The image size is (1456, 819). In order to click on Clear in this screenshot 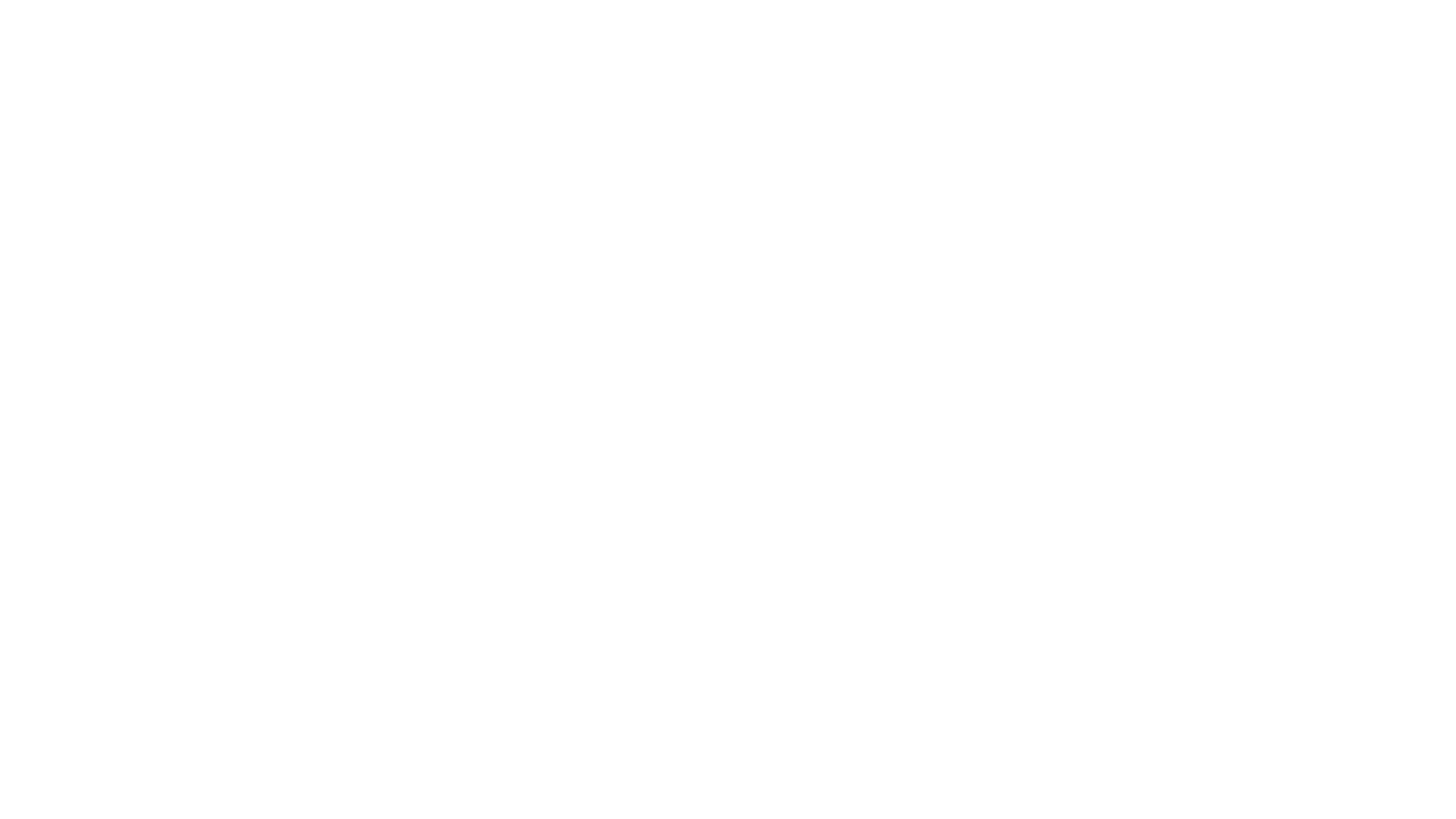, I will do `click(967, 20)`.